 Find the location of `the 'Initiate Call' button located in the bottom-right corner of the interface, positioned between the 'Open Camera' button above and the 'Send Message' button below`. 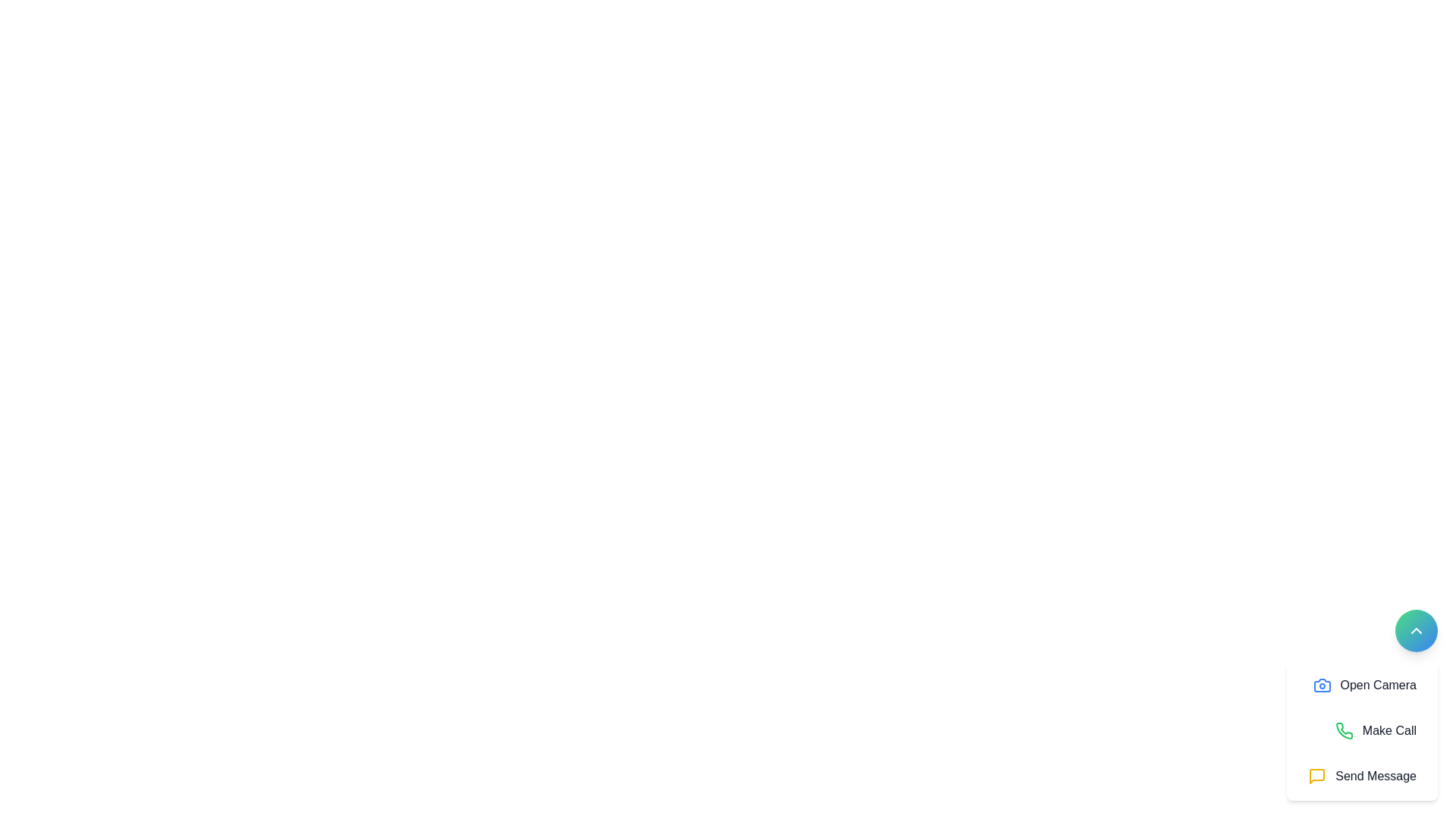

the 'Initiate Call' button located in the bottom-right corner of the interface, positioned between the 'Open Camera' button above and the 'Send Message' button below is located at coordinates (1376, 730).